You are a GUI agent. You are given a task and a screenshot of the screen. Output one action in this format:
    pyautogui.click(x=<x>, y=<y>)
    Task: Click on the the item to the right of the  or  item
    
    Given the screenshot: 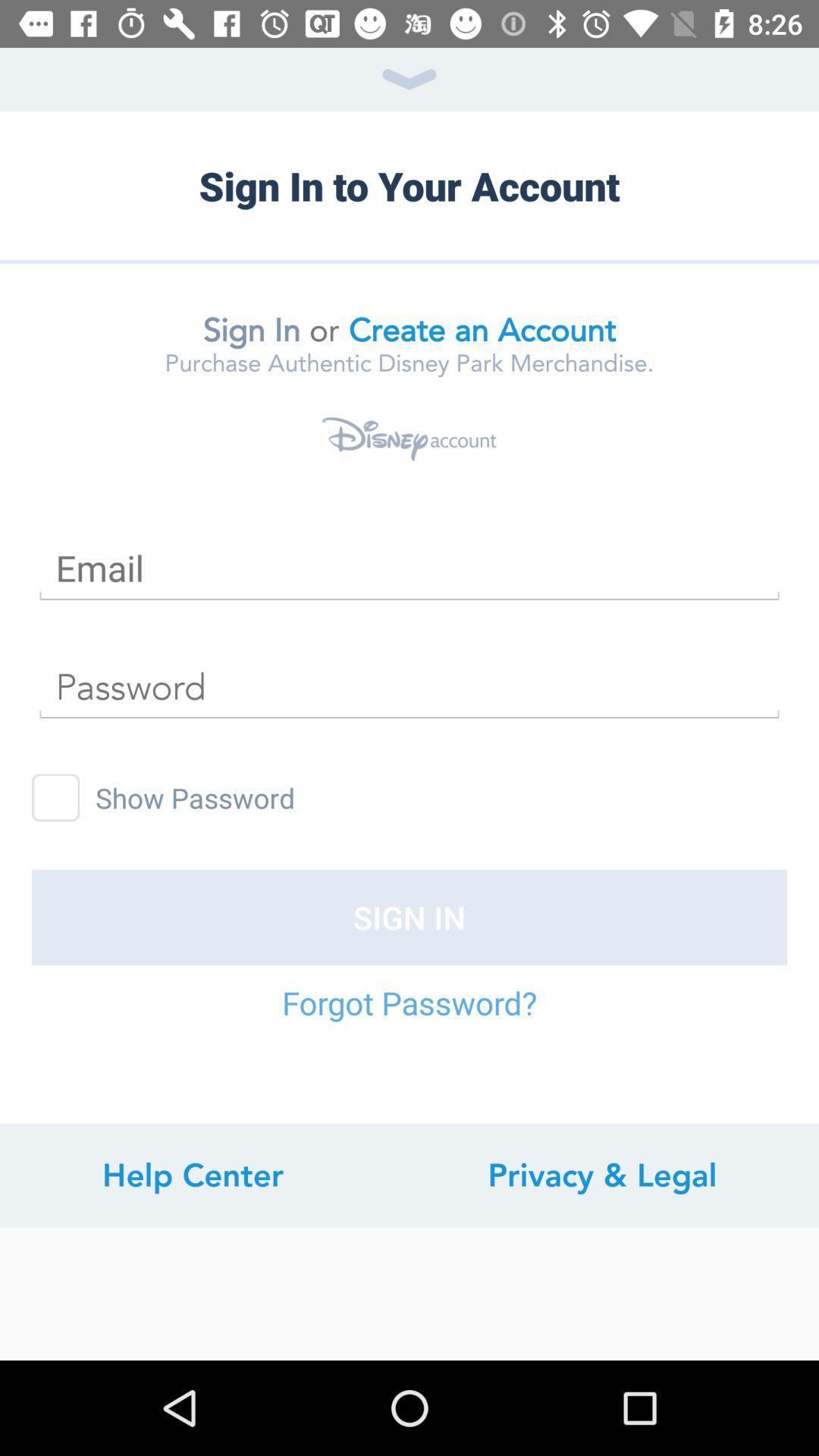 What is the action you would take?
    pyautogui.click(x=482, y=329)
    